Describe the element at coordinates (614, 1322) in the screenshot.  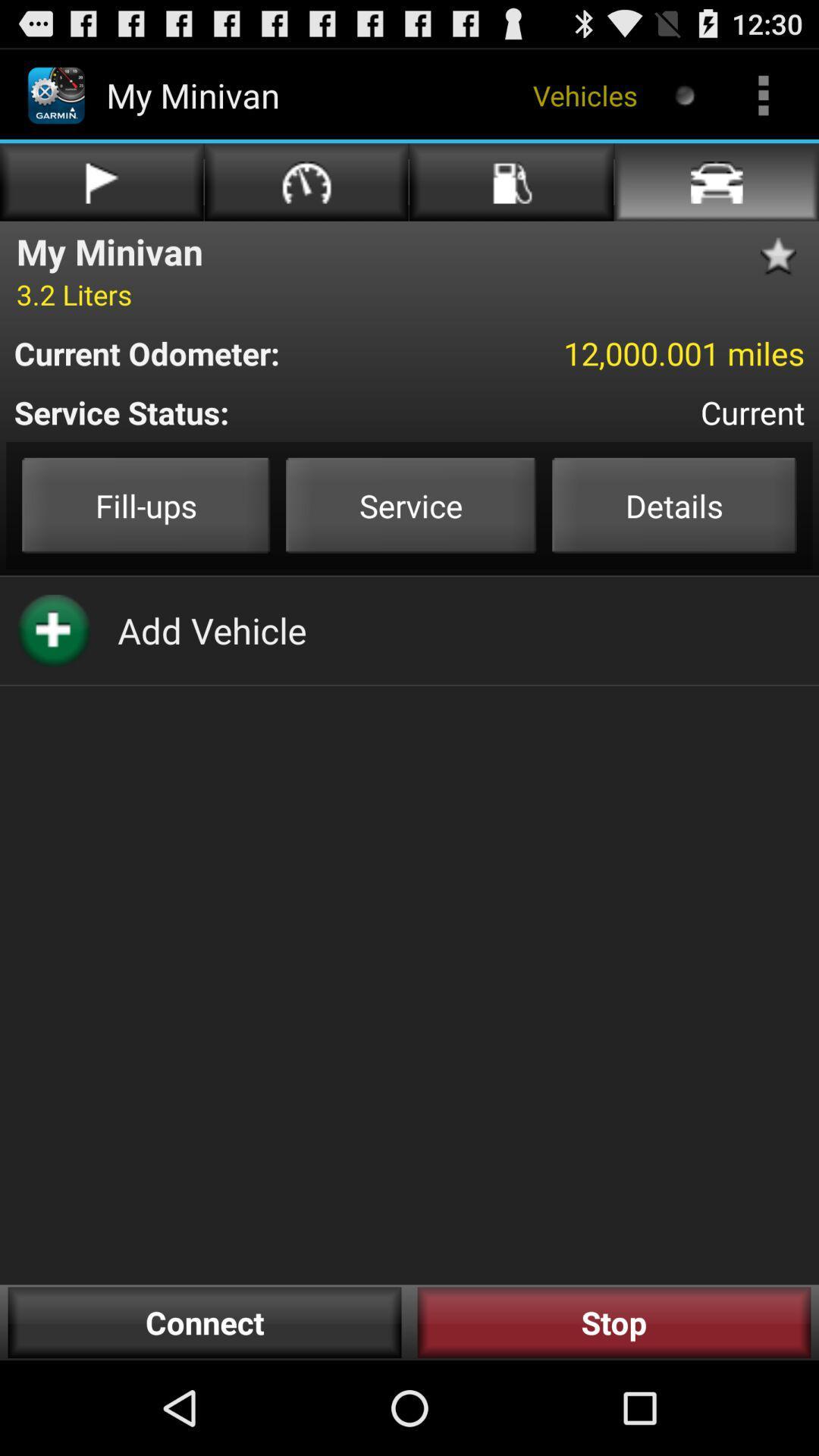
I see `the button next to the connect button` at that location.